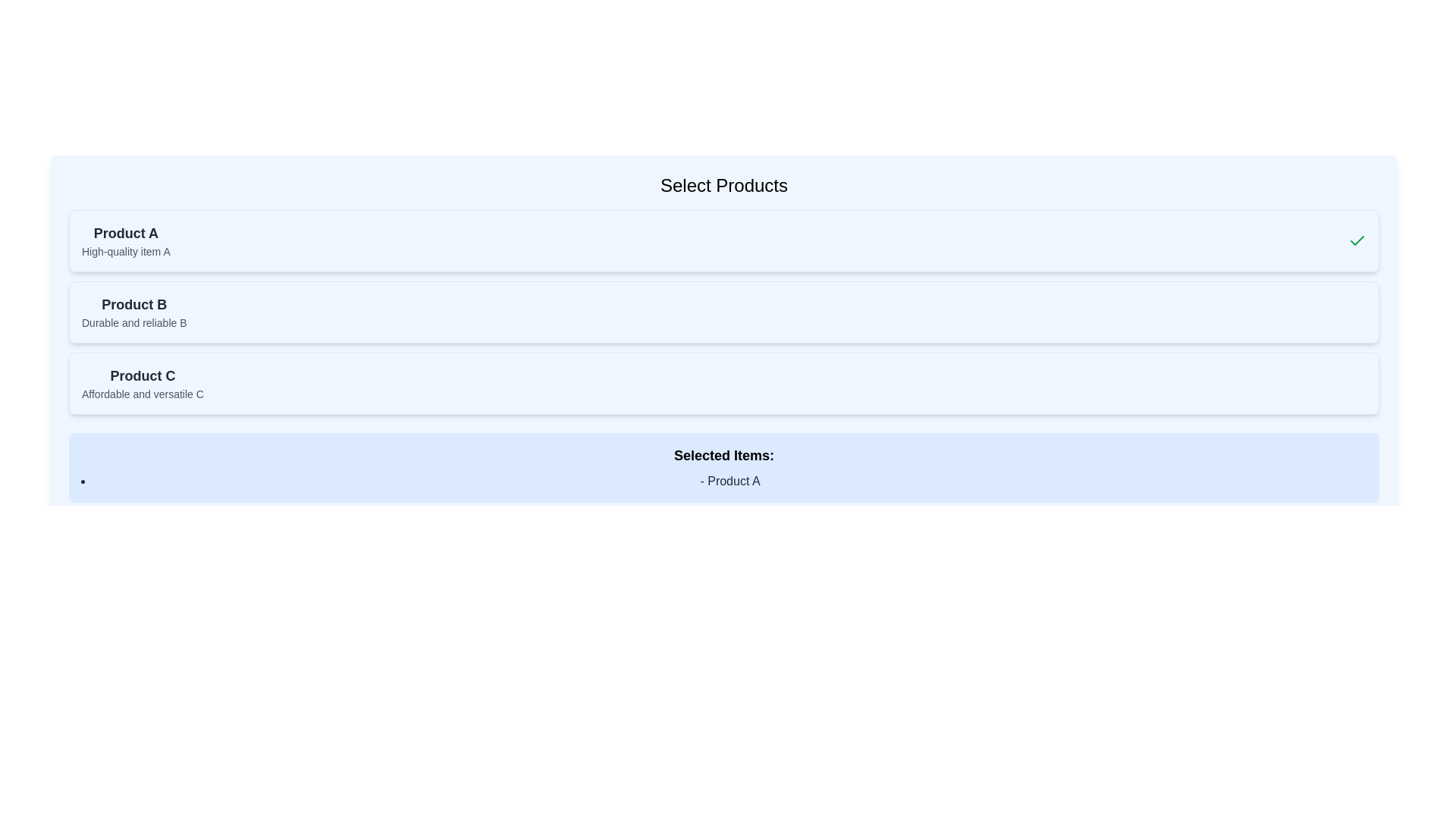 Image resolution: width=1456 pixels, height=819 pixels. What do you see at coordinates (126, 250) in the screenshot?
I see `text label that displays 'High-quality item A', which is styled in small, gray text and located directly beneath the header 'Product A'` at bounding box center [126, 250].